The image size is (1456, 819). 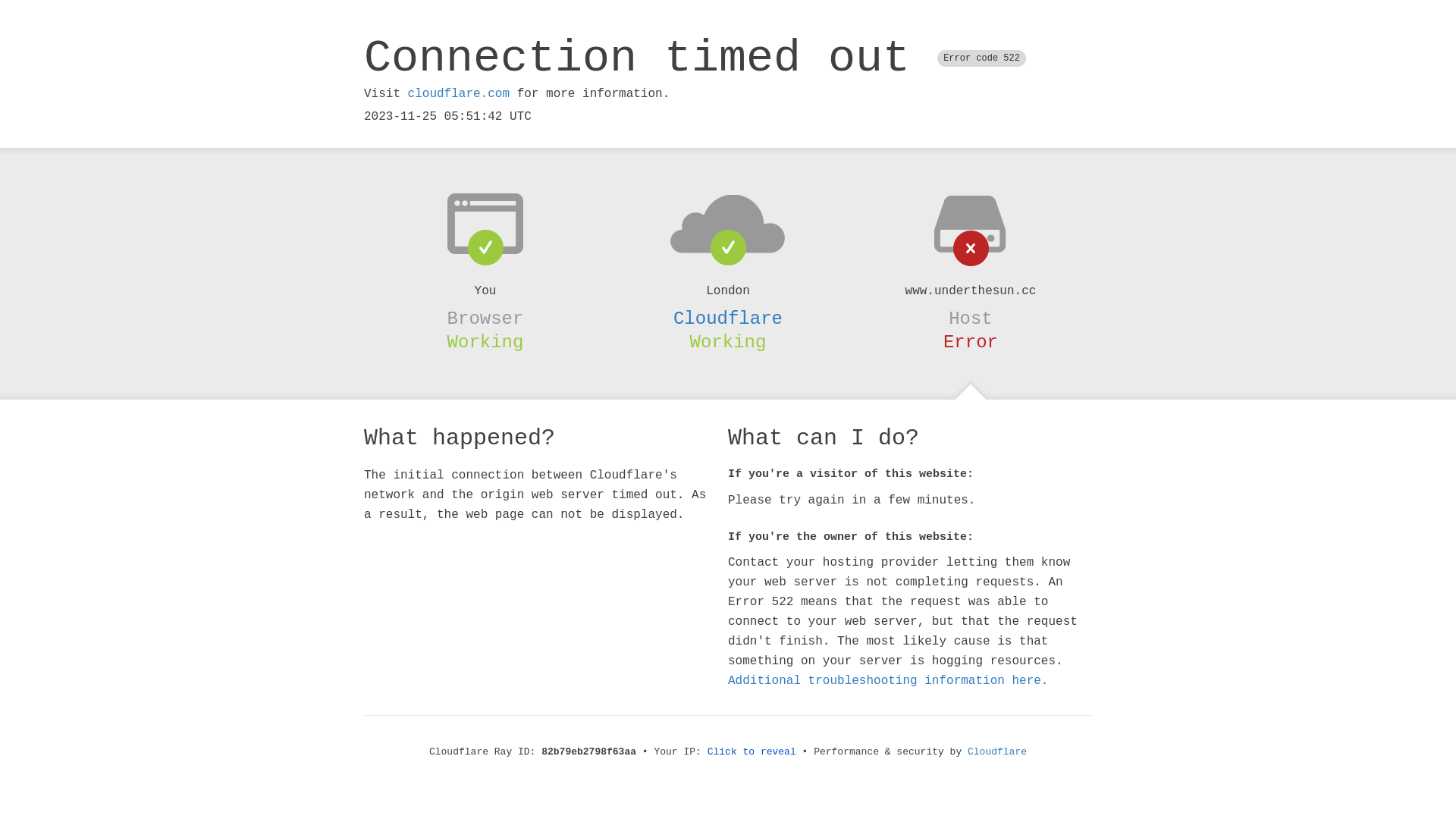 I want to click on 'cloudflare.com', so click(x=457, y=93).